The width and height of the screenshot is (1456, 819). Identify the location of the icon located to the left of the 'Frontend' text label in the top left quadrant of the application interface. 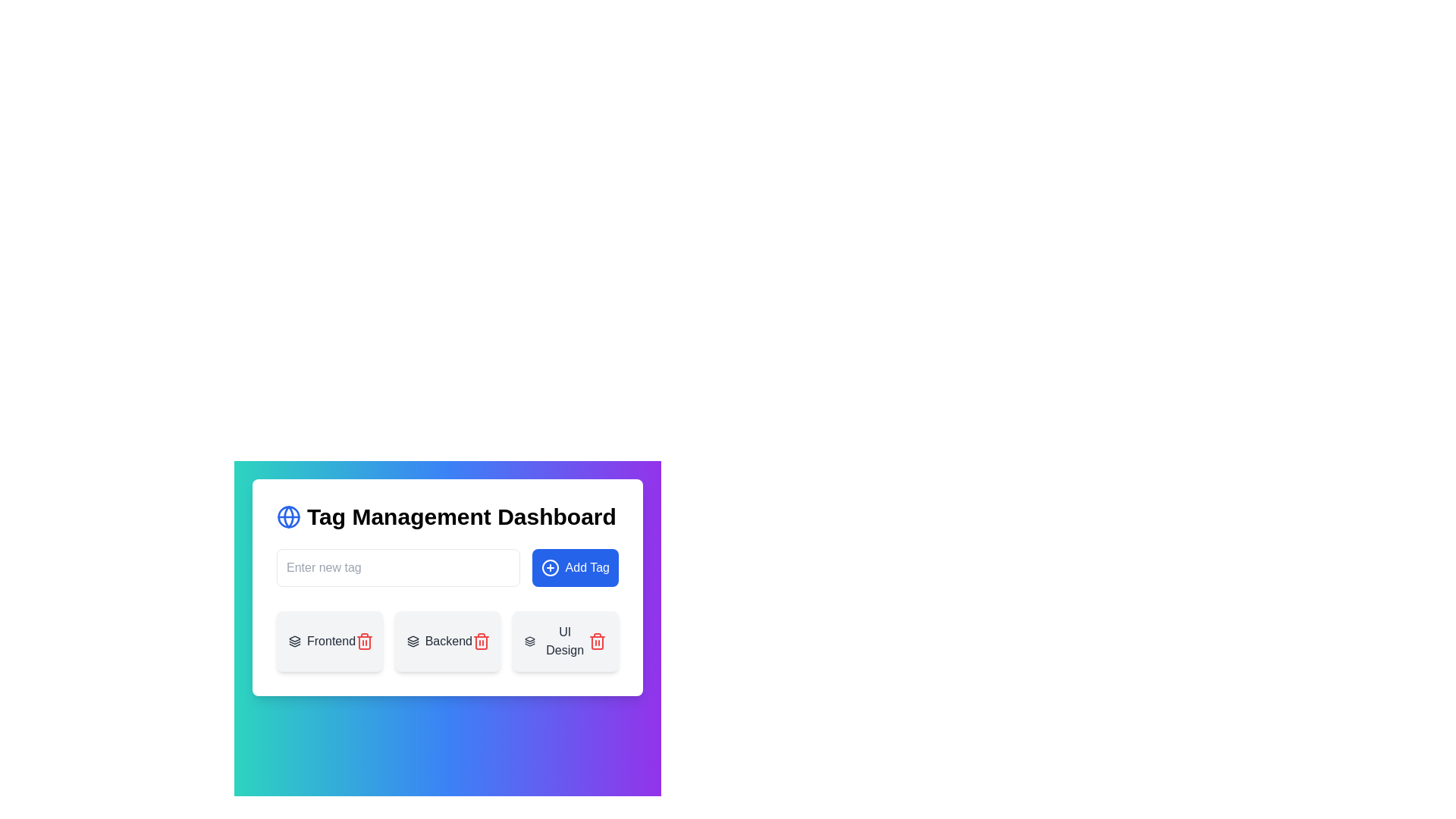
(294, 641).